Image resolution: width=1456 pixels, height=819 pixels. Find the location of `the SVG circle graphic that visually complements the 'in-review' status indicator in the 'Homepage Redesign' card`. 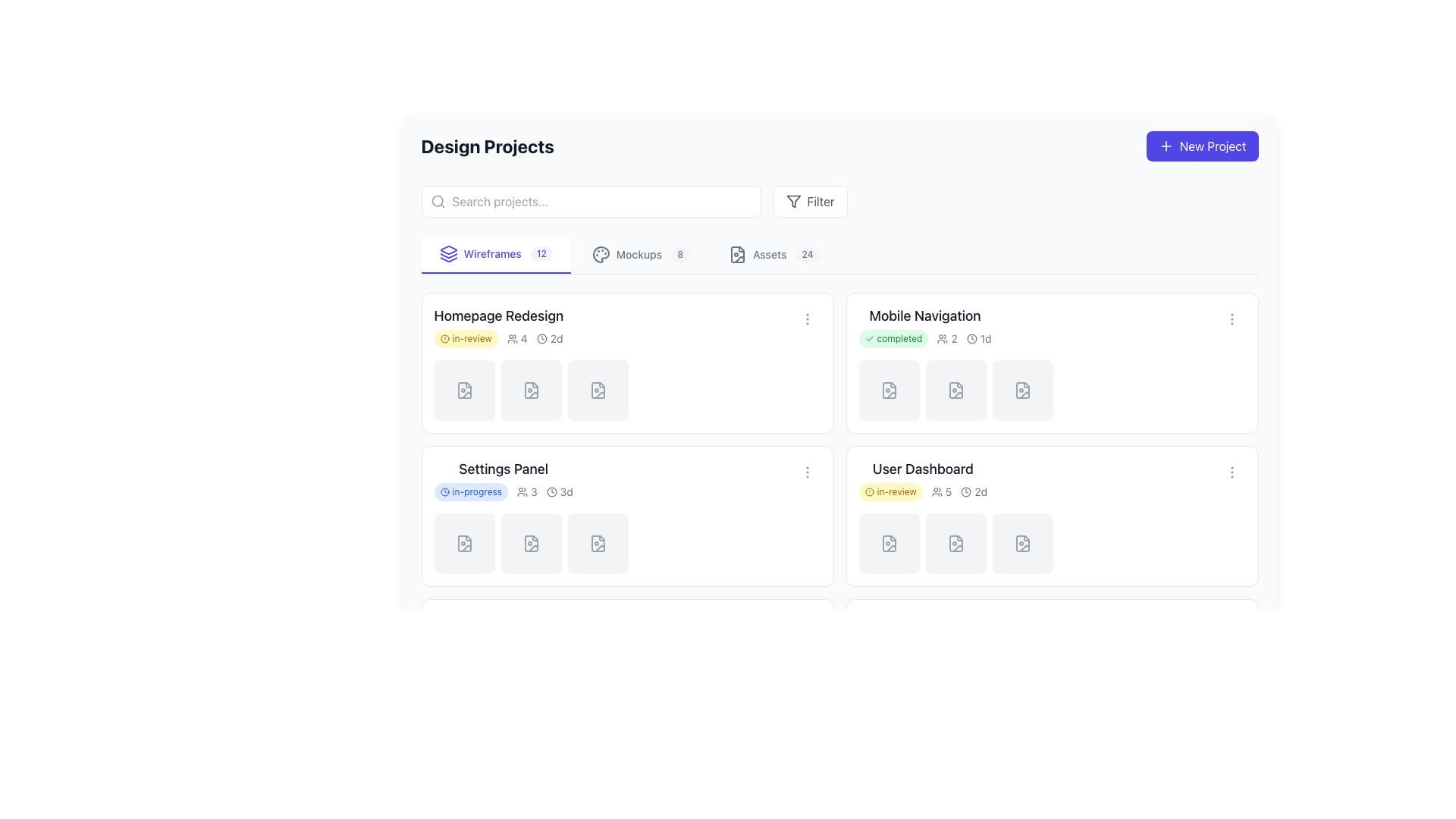

the SVG circle graphic that visually complements the 'in-review' status indicator in the 'Homepage Redesign' card is located at coordinates (444, 338).